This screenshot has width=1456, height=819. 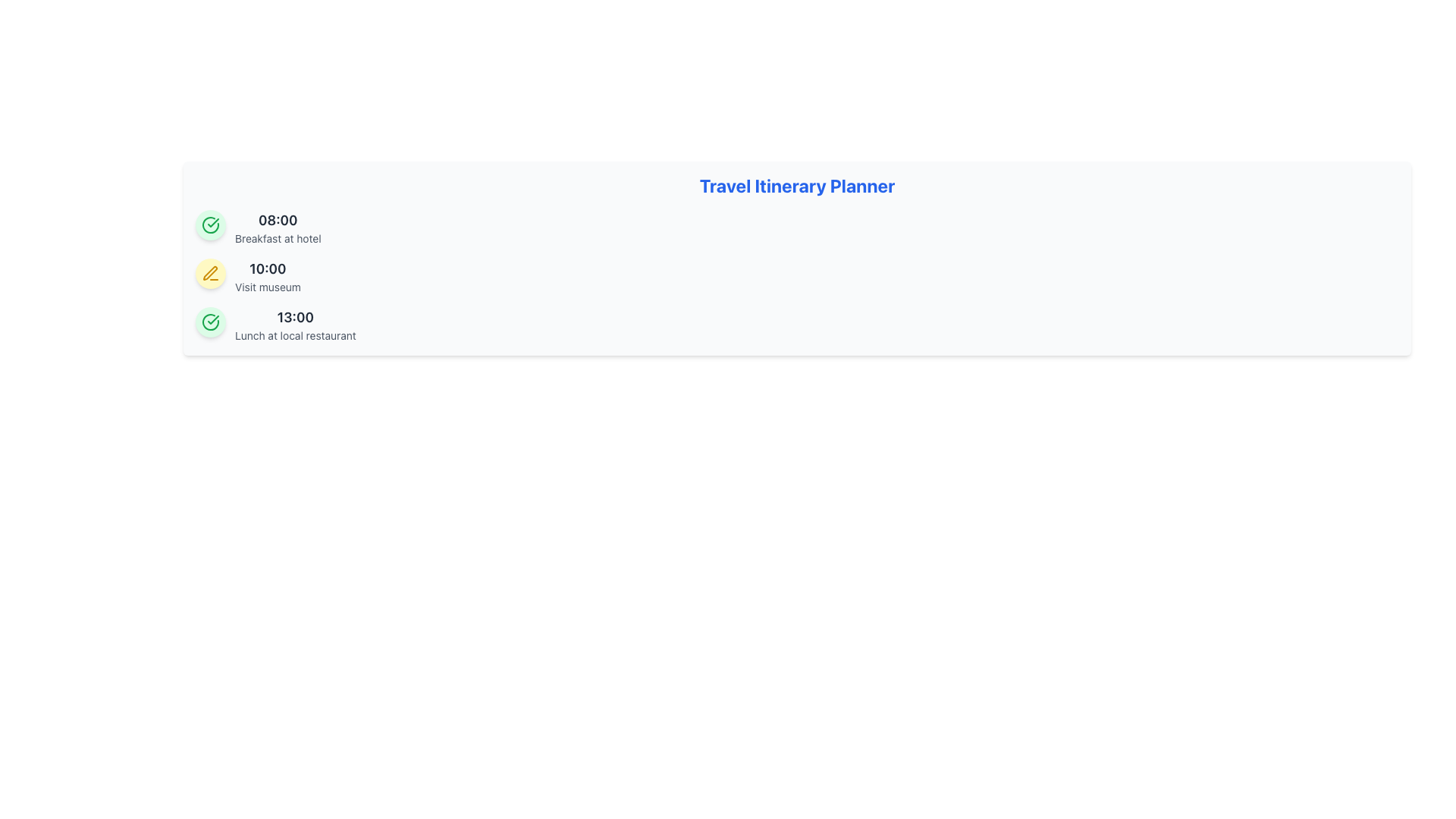 What do you see at coordinates (210, 321) in the screenshot?
I see `the first circular green icon with a check mark, which indicates confirmation or completion, located next to the '08:00 Breakfast at hotel' entry in the leftmost column` at bounding box center [210, 321].